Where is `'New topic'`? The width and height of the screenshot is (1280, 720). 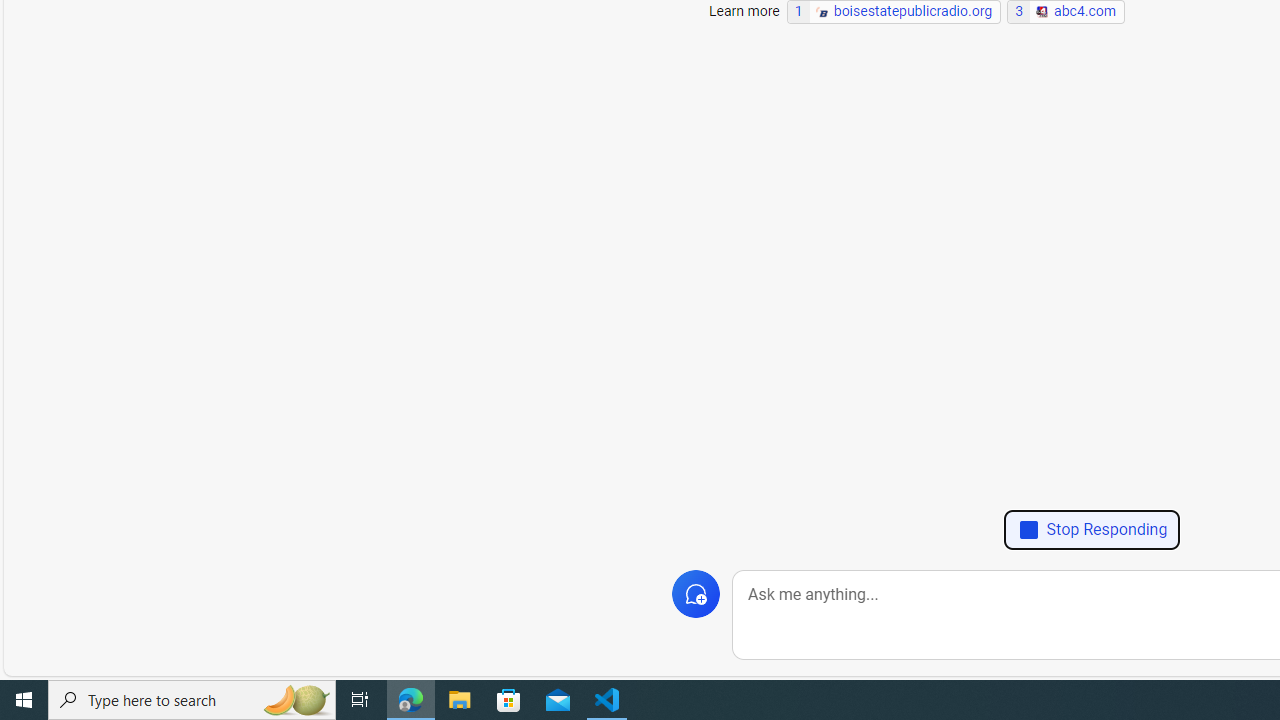
'New topic' is located at coordinates (695, 593).